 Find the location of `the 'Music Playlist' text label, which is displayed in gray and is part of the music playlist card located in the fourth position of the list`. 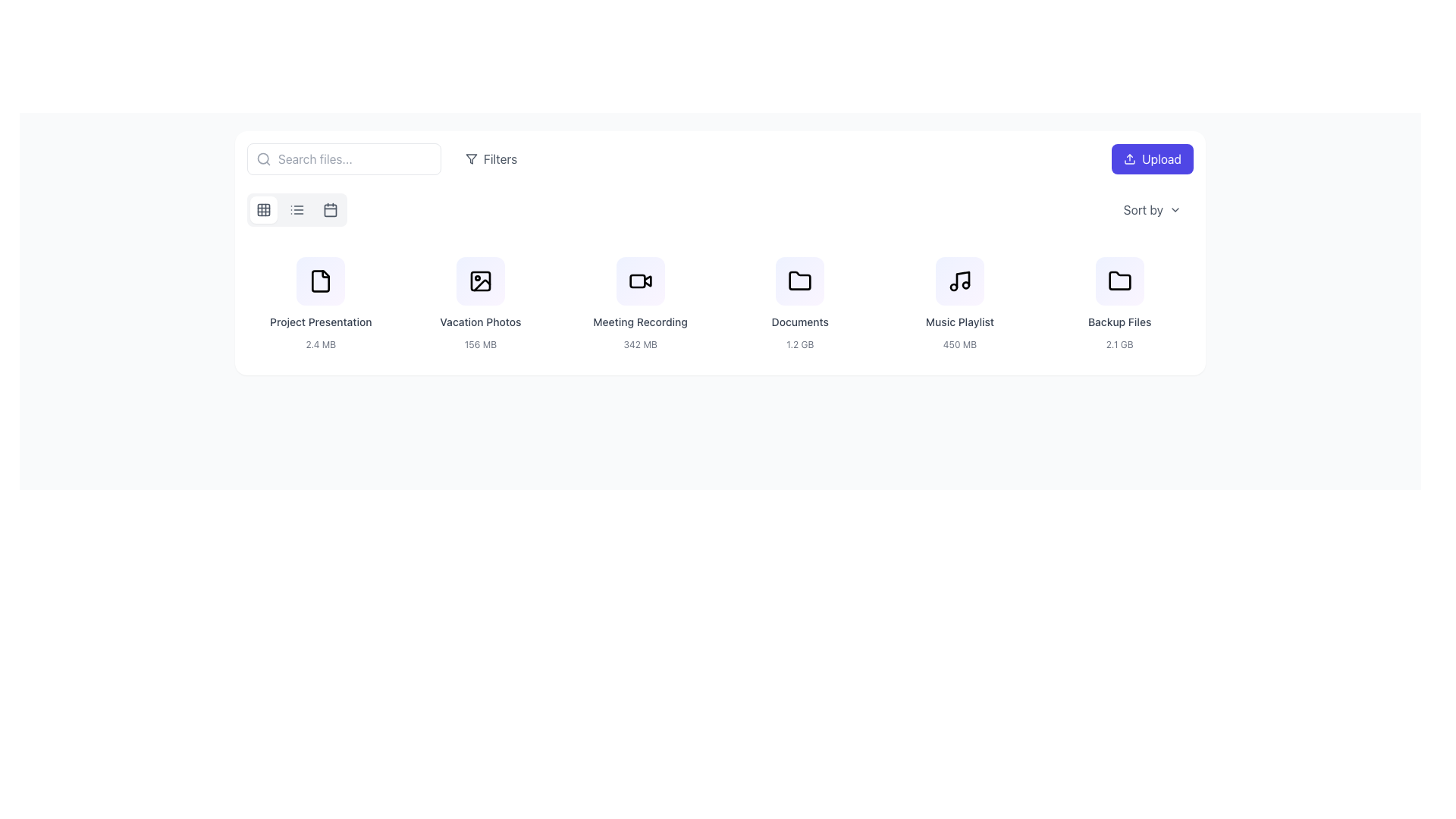

the 'Music Playlist' text label, which is displayed in gray and is part of the music playlist card located in the fourth position of the list is located at coordinates (959, 321).